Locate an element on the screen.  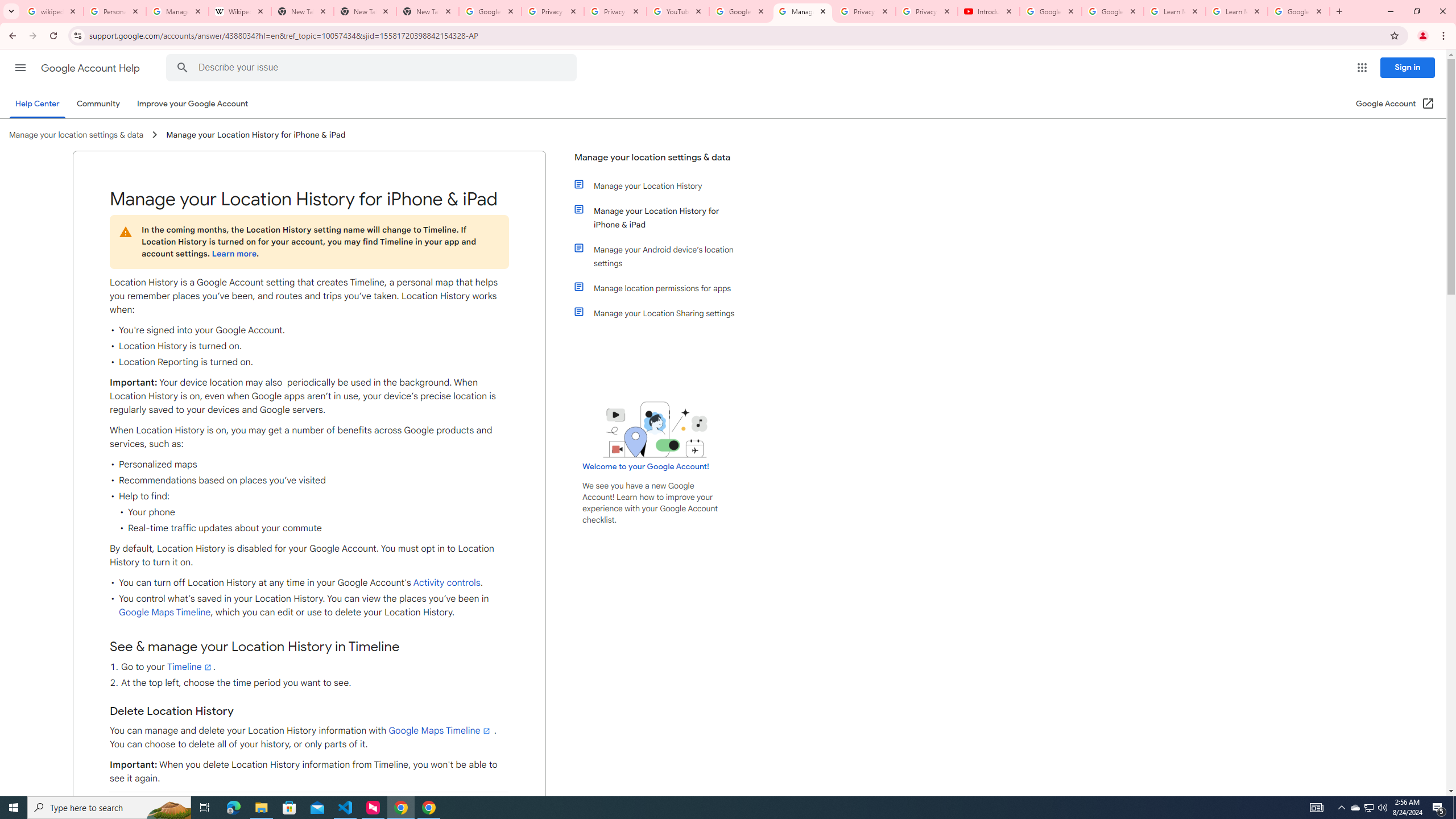
'Google Account Help' is located at coordinates (91, 68).